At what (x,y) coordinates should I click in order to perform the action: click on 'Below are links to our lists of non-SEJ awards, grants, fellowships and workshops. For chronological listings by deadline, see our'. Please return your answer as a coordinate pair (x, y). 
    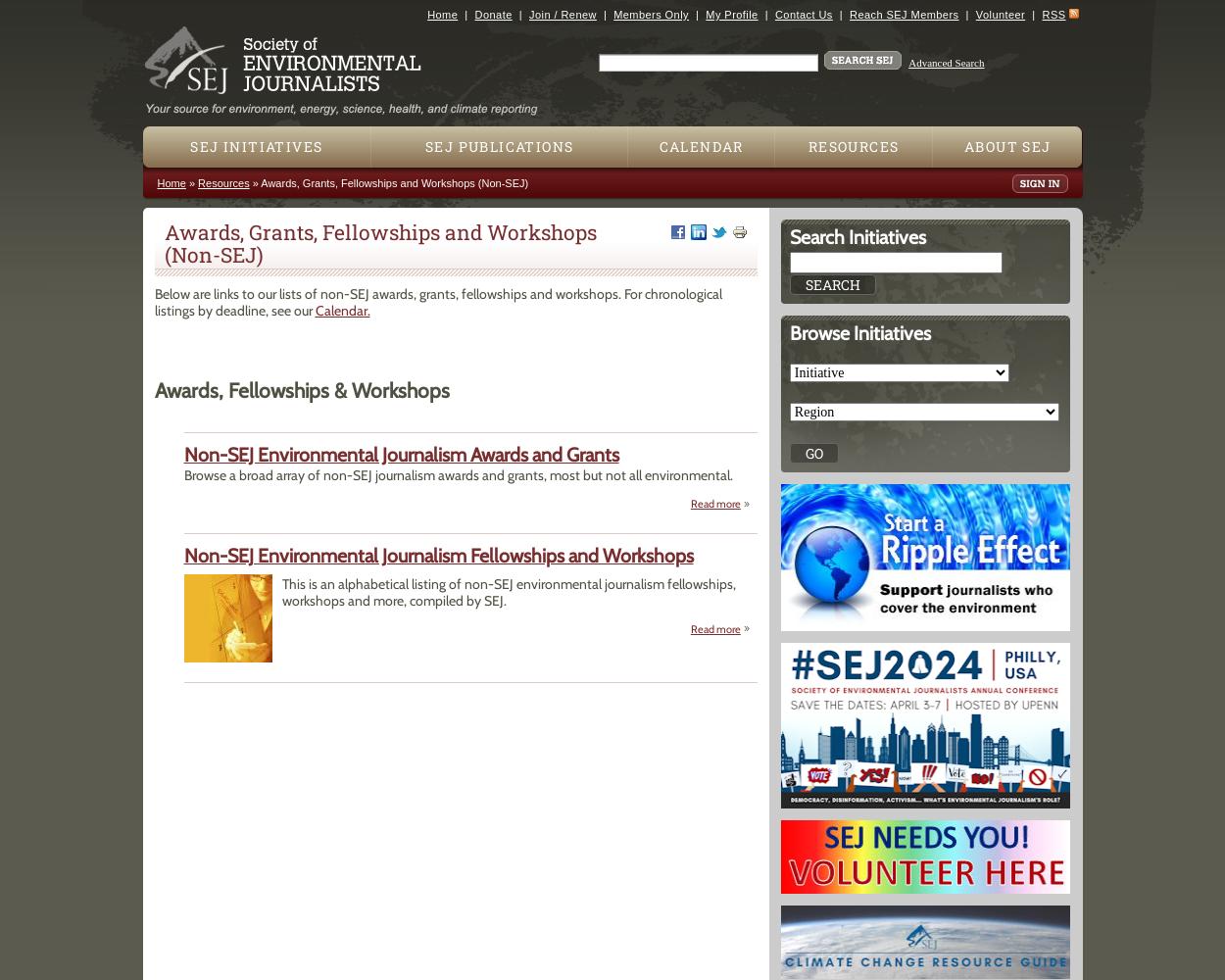
    Looking at the image, I should click on (154, 302).